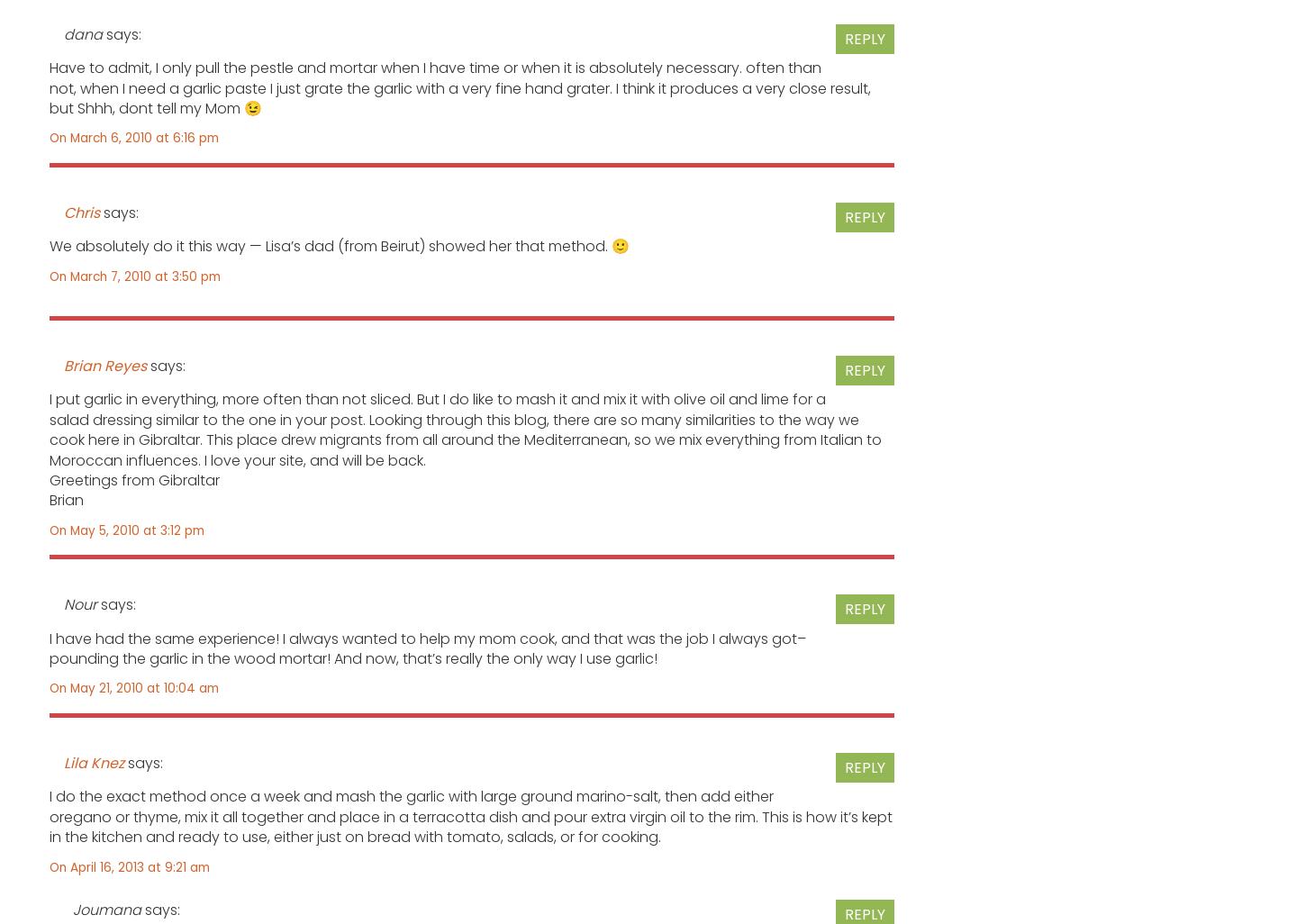 The image size is (1306, 924). I want to click on 'Nour', so click(80, 603).